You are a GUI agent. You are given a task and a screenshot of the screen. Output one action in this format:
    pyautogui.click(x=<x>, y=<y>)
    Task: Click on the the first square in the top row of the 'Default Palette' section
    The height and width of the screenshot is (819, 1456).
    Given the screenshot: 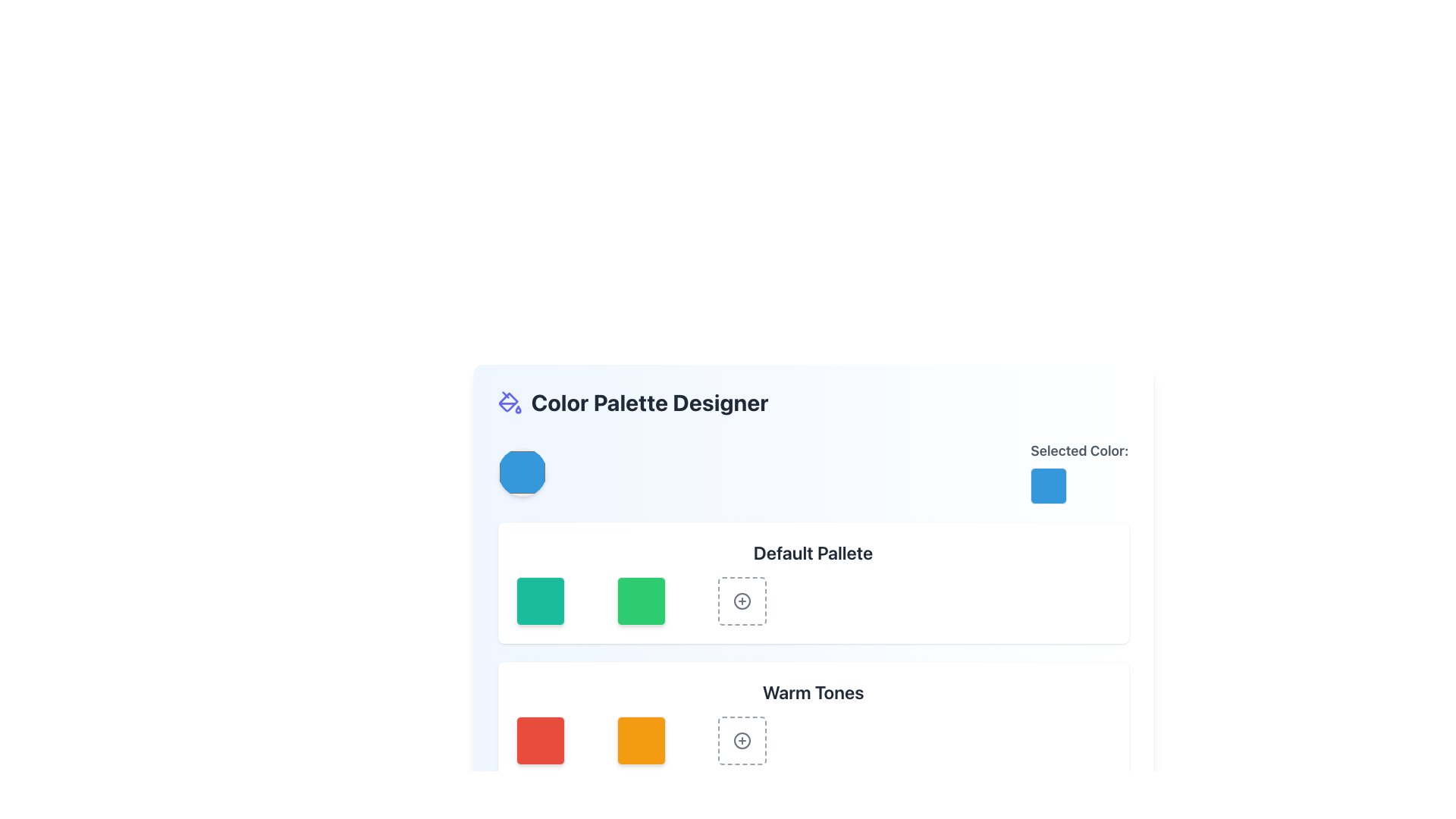 What is the action you would take?
    pyautogui.click(x=560, y=601)
    